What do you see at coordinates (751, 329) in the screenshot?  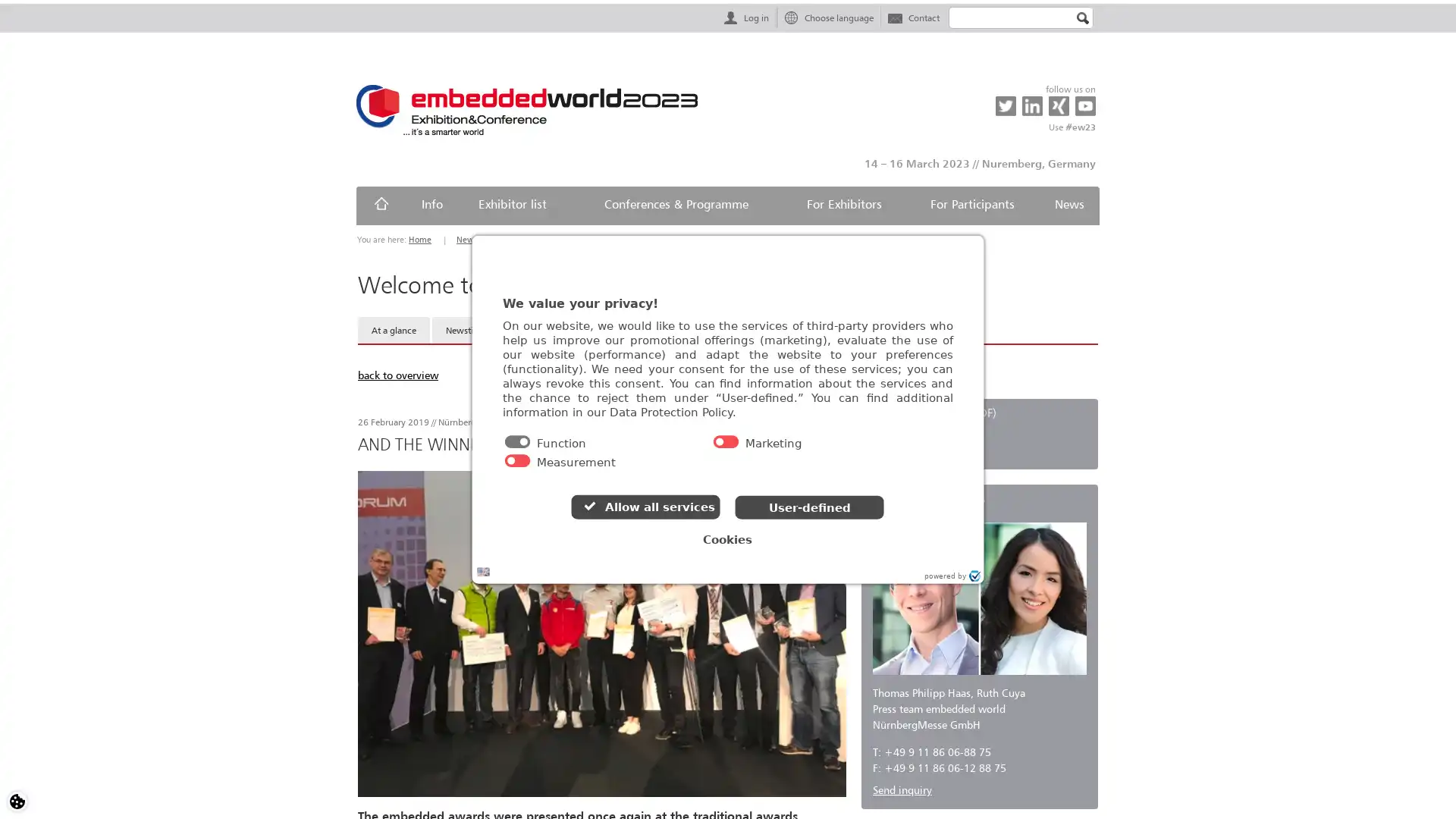 I see `Expert know-how` at bounding box center [751, 329].